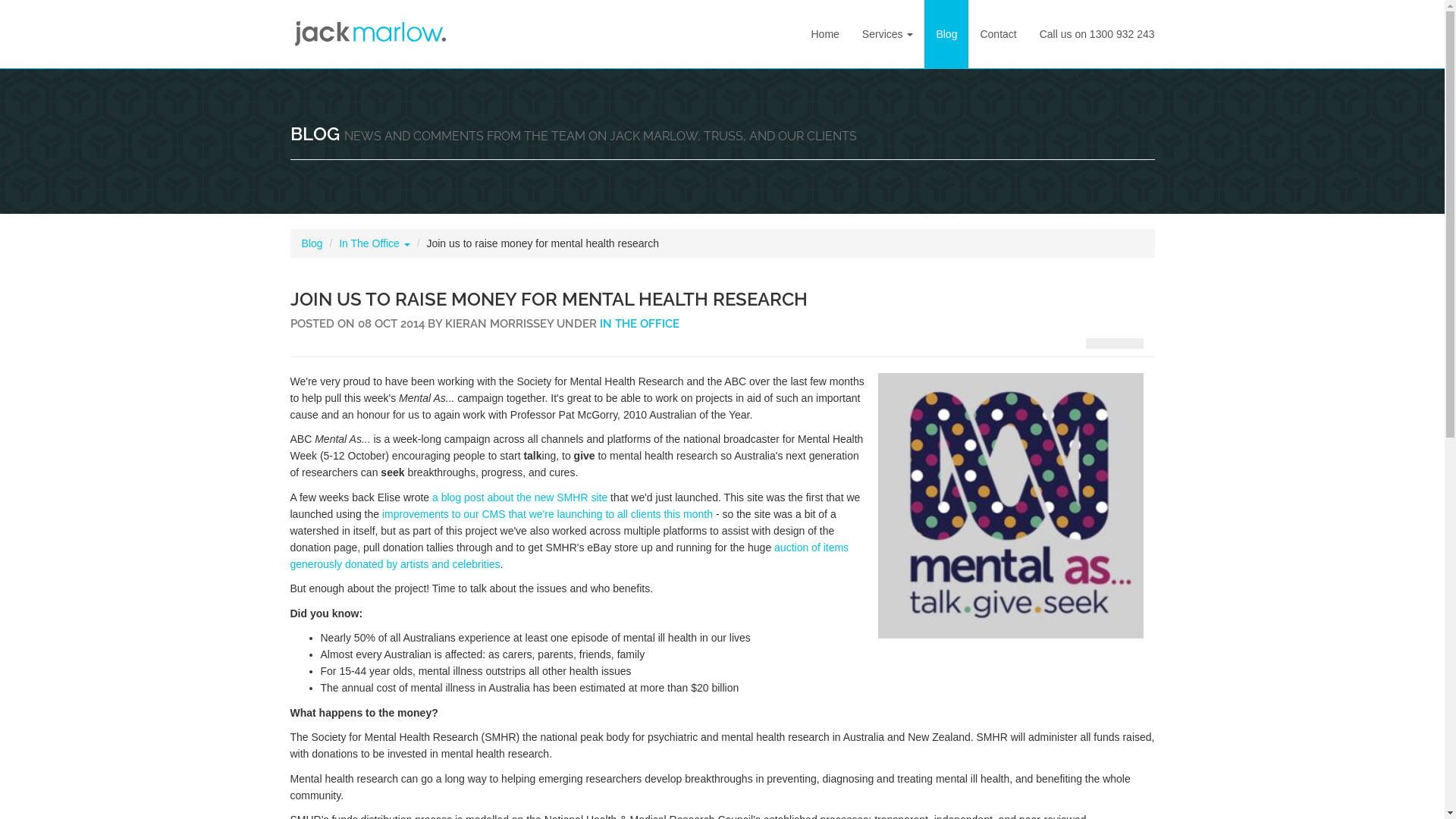 Image resolution: width=1456 pixels, height=819 pixels. Describe the element at coordinates (1133, 343) in the screenshot. I see `'Share on Twitter'` at that location.